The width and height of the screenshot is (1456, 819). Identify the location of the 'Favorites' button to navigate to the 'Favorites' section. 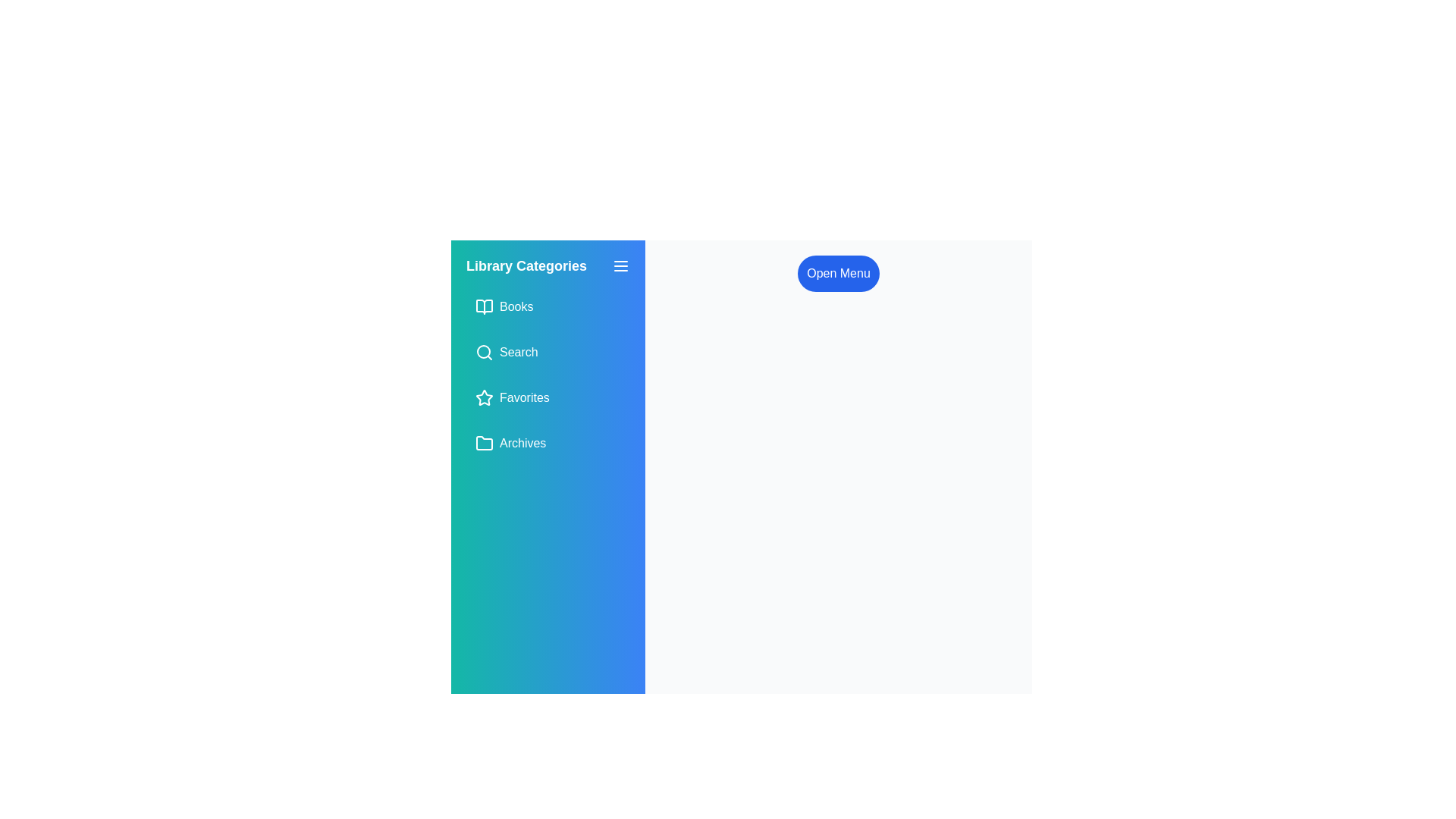
(548, 397).